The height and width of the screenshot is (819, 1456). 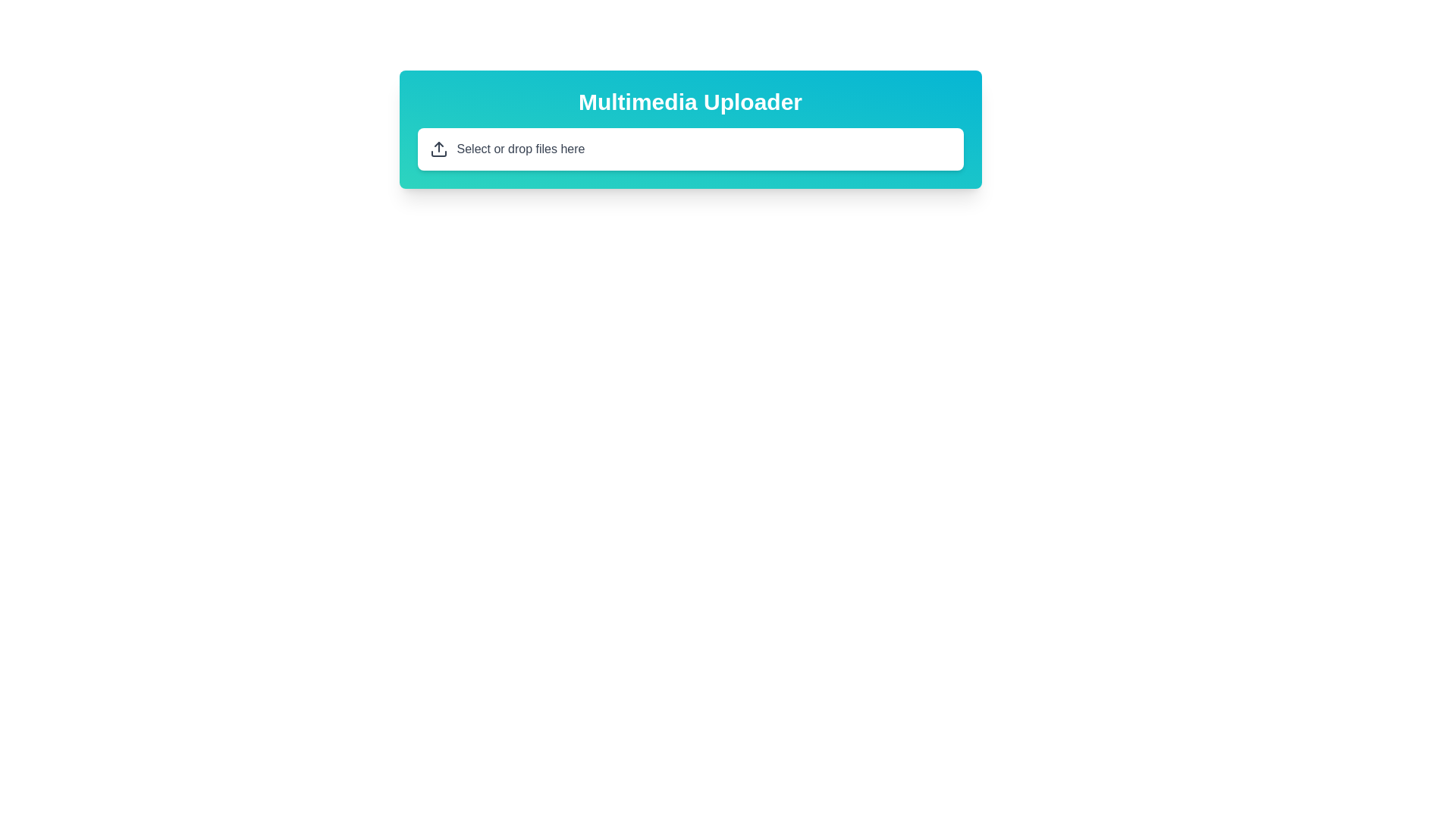 What do you see at coordinates (689, 149) in the screenshot?
I see `the 'Select or drop files here' button in the Multimedia Uploader panel` at bounding box center [689, 149].